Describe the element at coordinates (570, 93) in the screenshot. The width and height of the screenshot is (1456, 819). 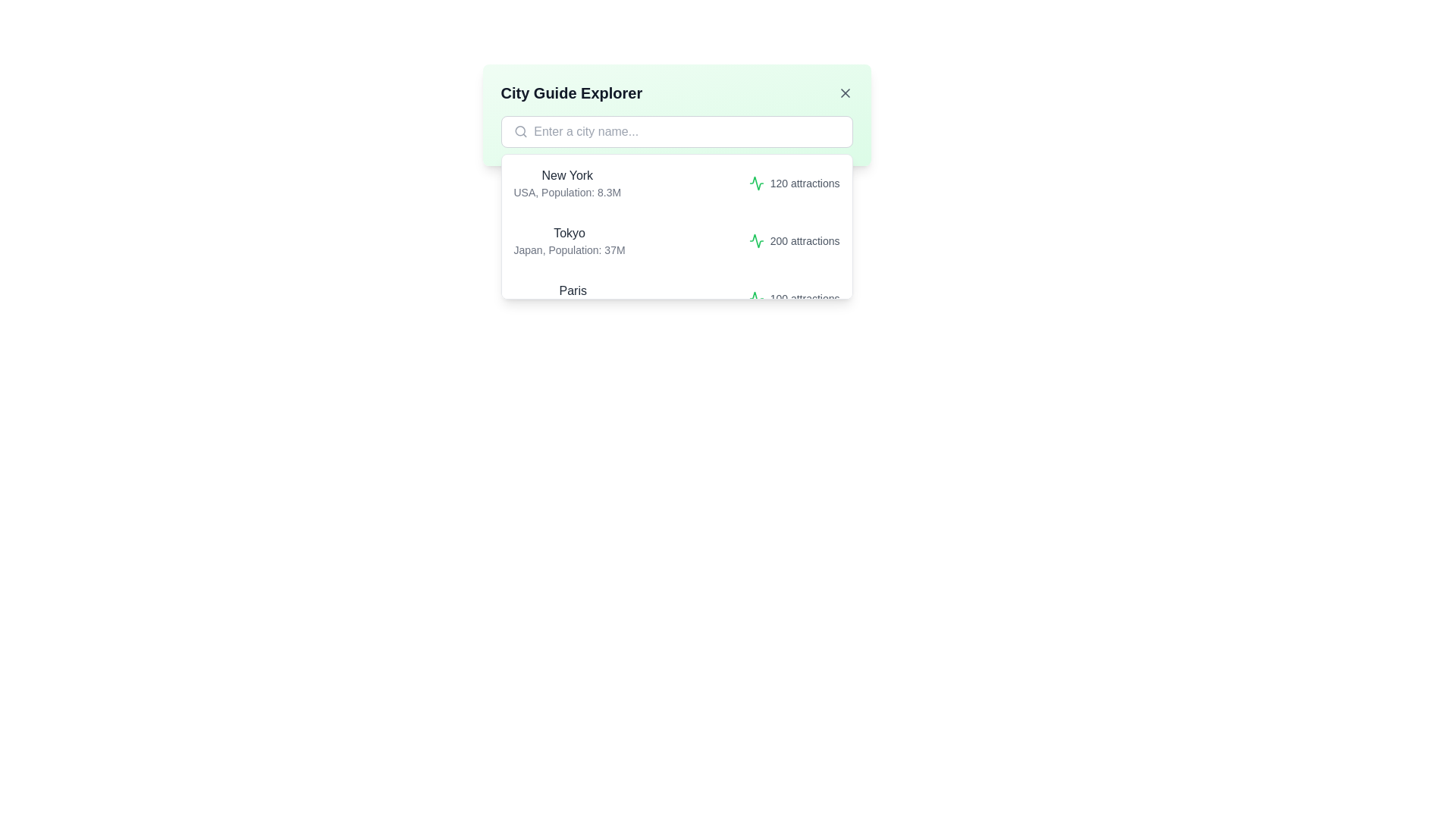
I see `the Text label that serves as the title or header for the card interface, positioned at the top-left corner and centrally aligned horizontally within the card` at that location.